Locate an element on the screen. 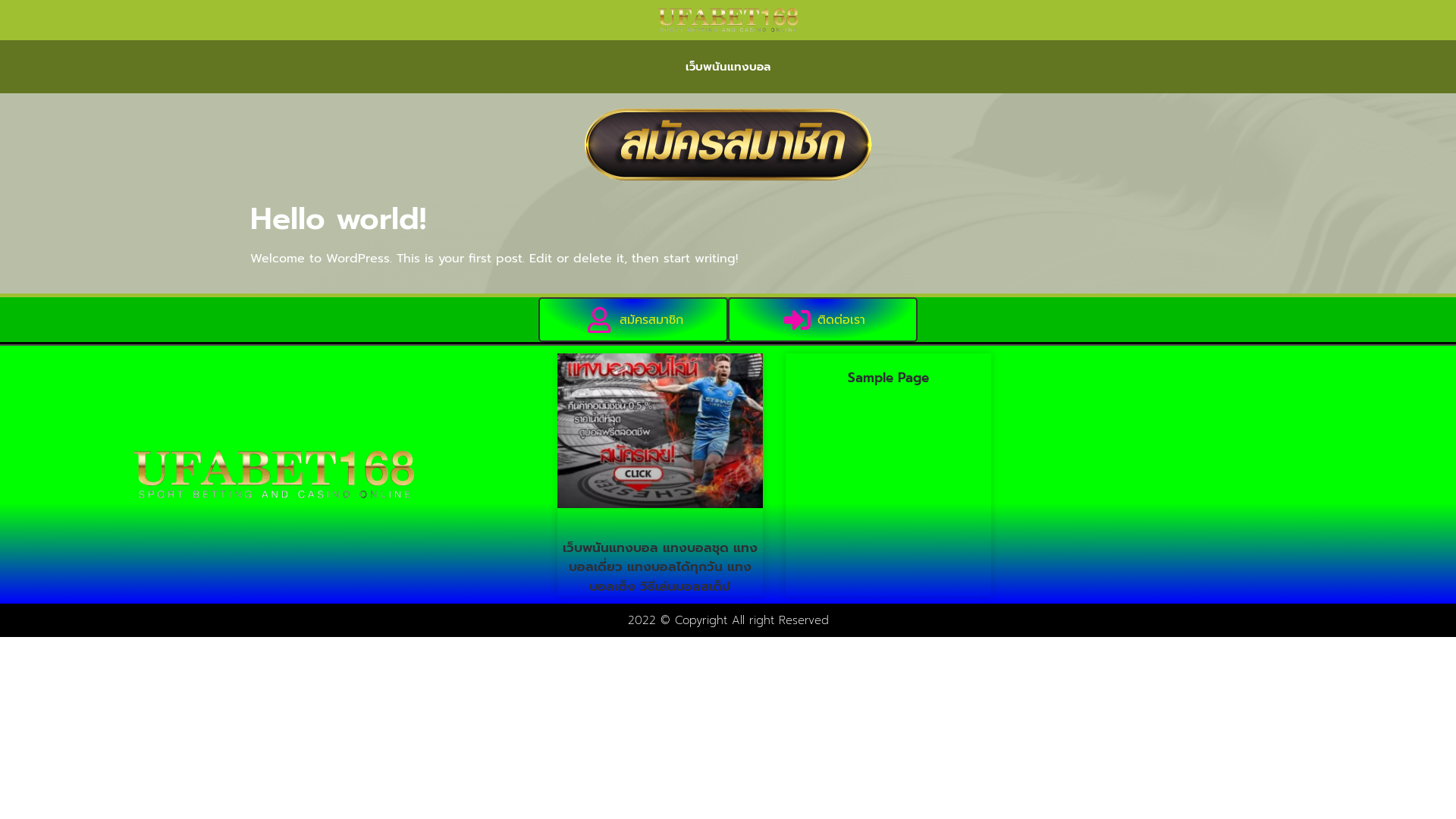 The width and height of the screenshot is (1456, 819). 'Sample Page' is located at coordinates (888, 376).